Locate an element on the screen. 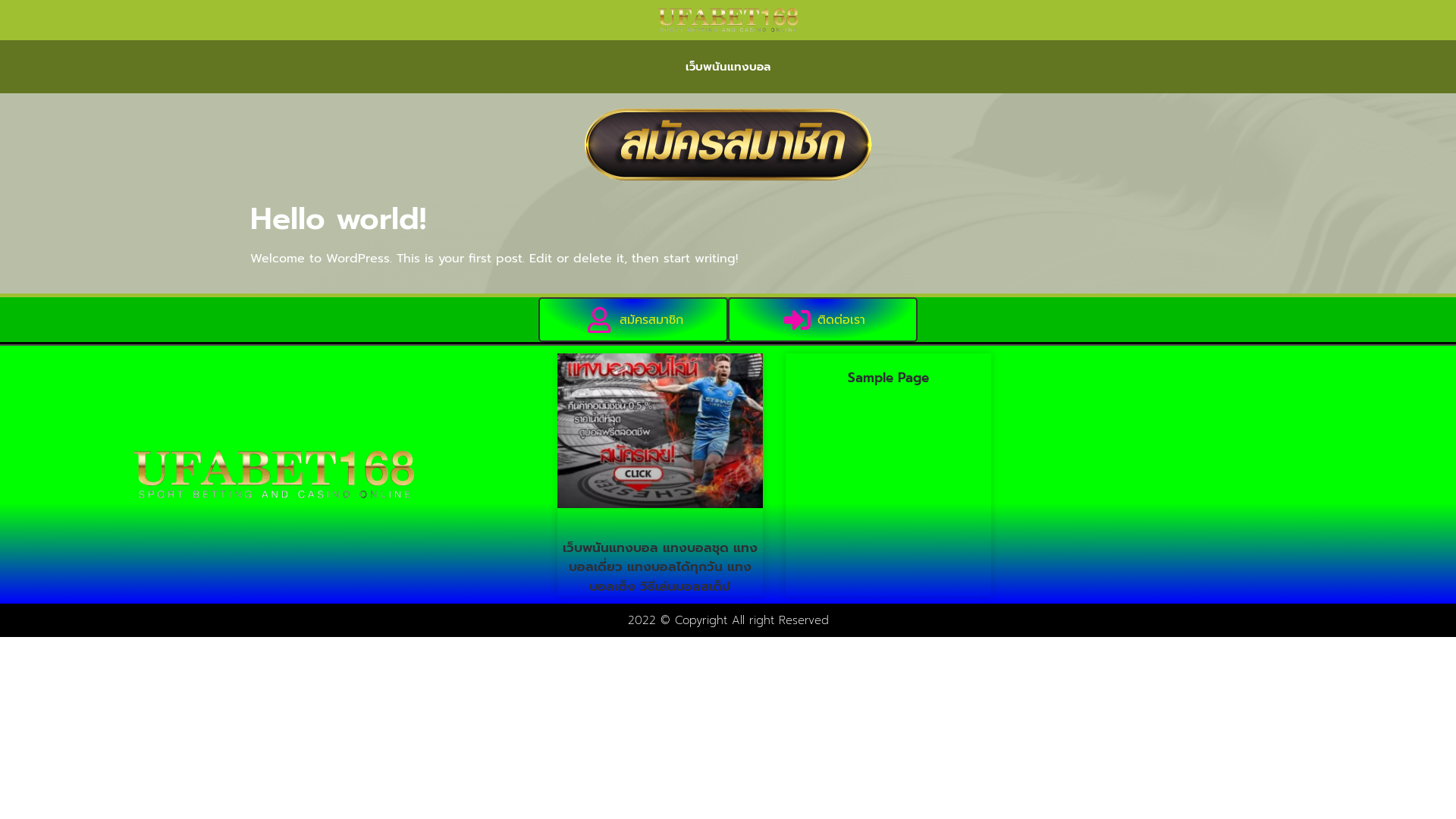 The width and height of the screenshot is (1456, 819). 'Sample Page' is located at coordinates (888, 376).